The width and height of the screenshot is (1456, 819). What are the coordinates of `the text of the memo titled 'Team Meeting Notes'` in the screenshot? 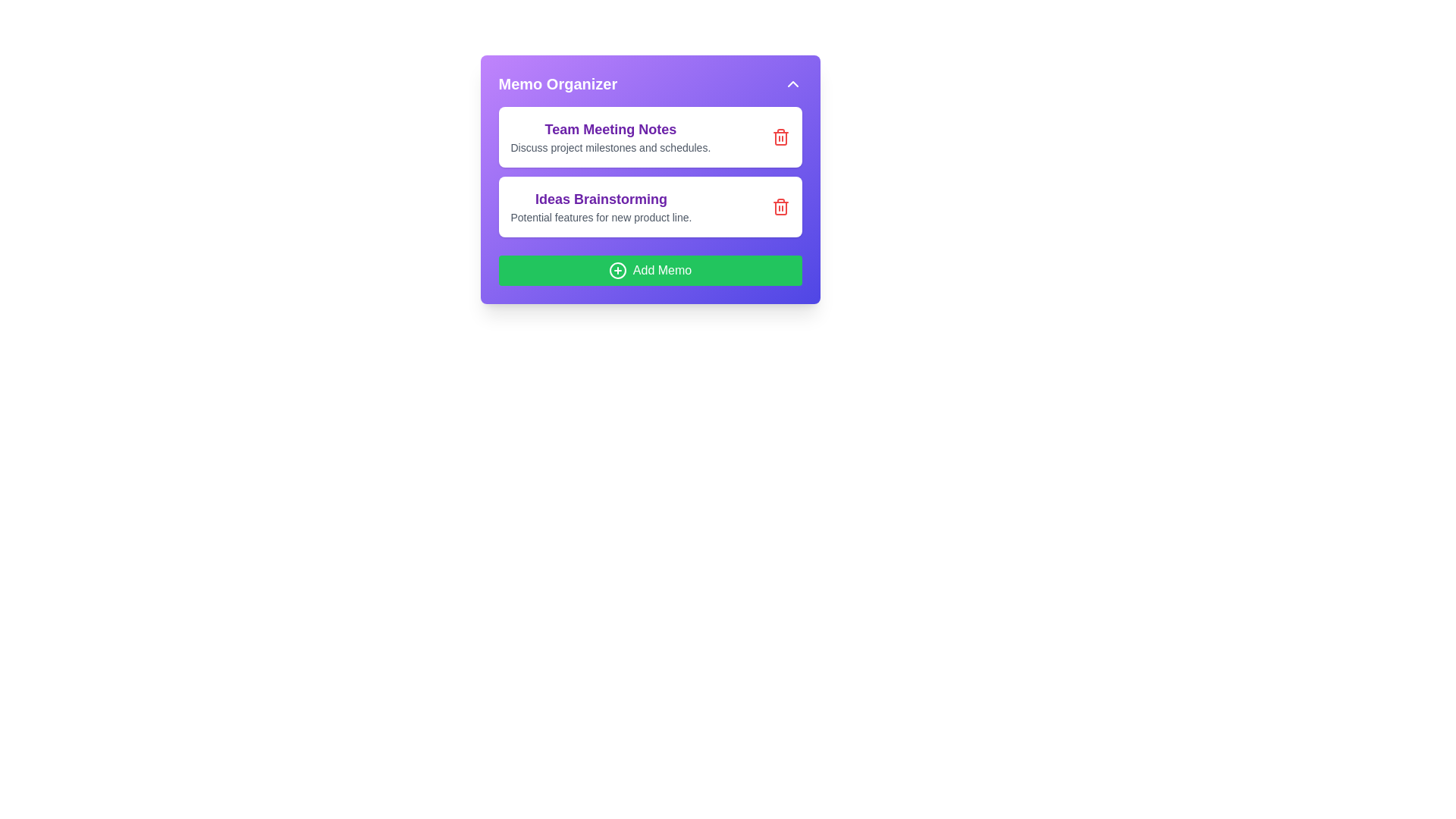 It's located at (610, 128).